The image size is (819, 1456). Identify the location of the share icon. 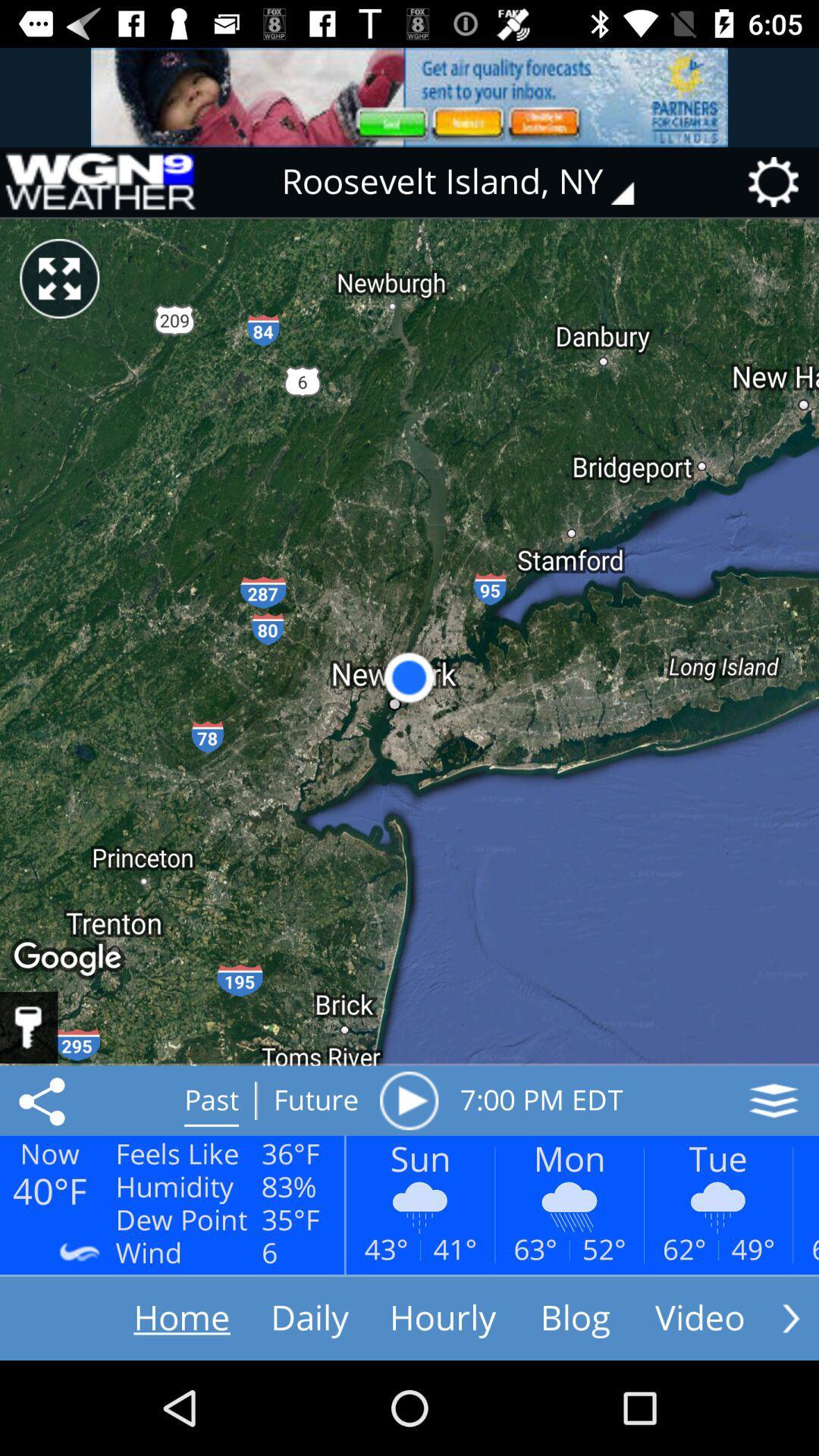
(44, 1100).